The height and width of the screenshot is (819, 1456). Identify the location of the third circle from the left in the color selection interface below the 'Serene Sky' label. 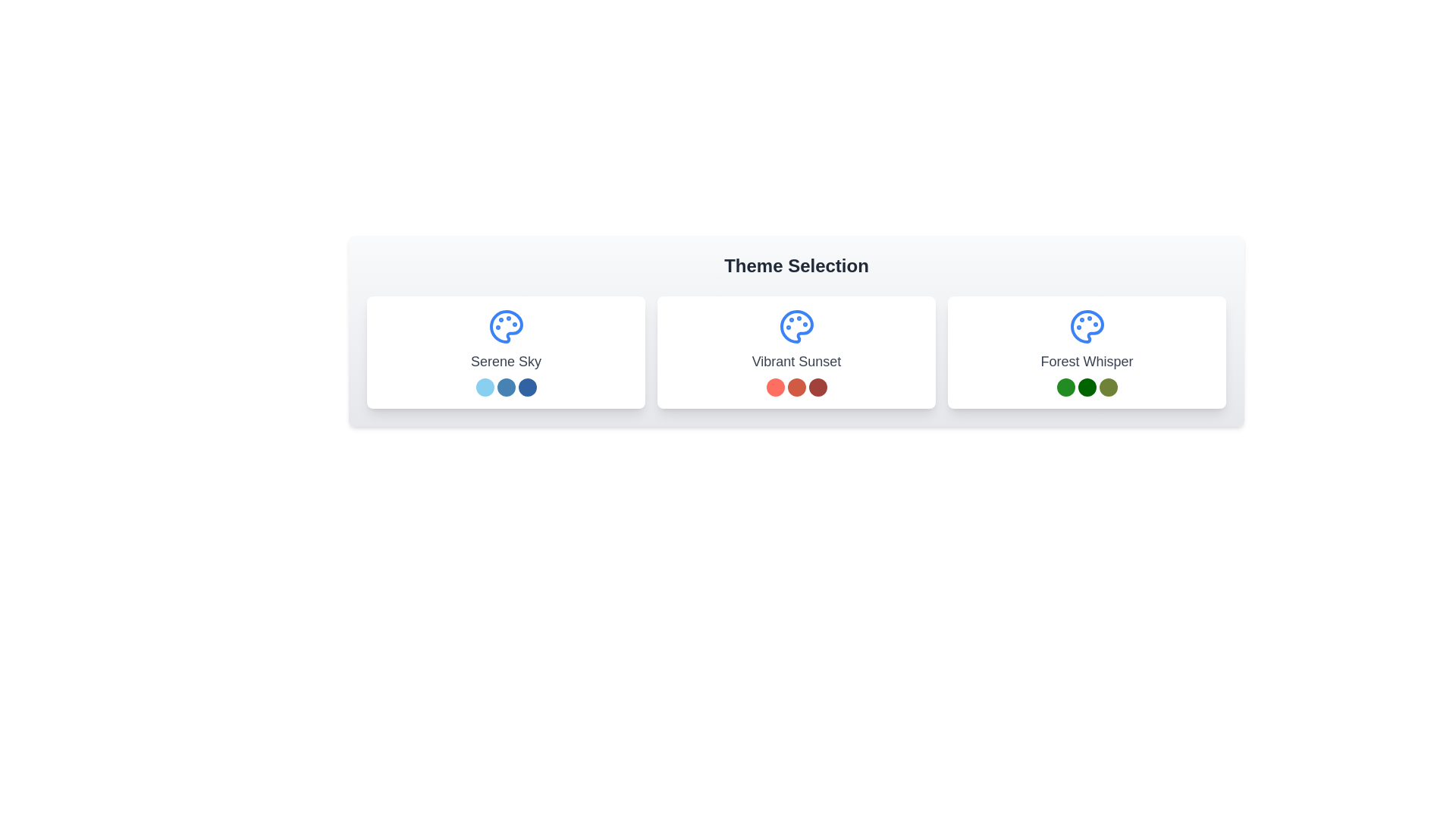
(527, 386).